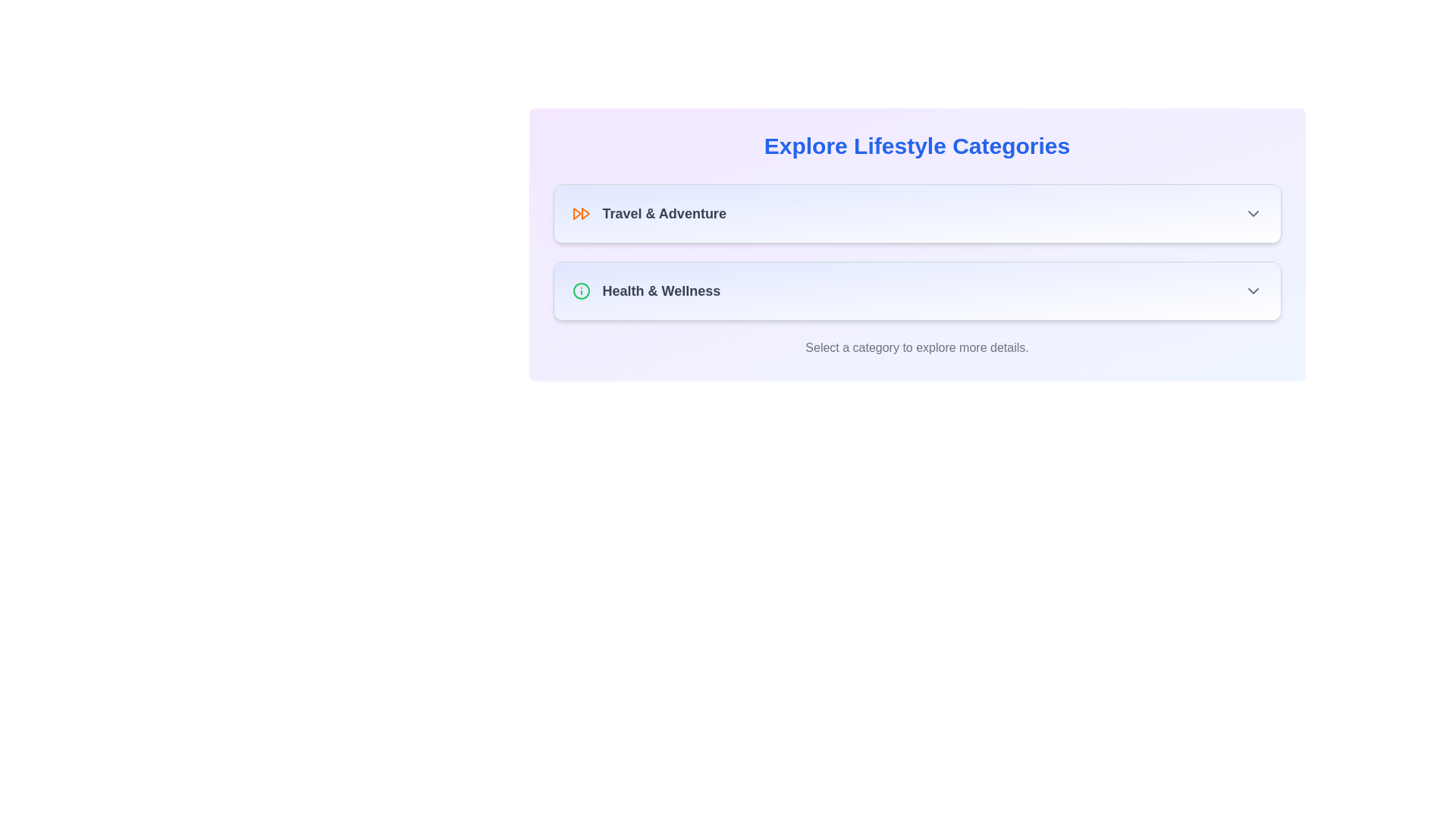 The height and width of the screenshot is (819, 1456). What do you see at coordinates (576, 213) in the screenshot?
I see `the decorative icon representing the category 'Travel & Adventure', which contains a fast-forward symbol, located on the left side of the list item labeled 'Travel & Adventure'` at bounding box center [576, 213].